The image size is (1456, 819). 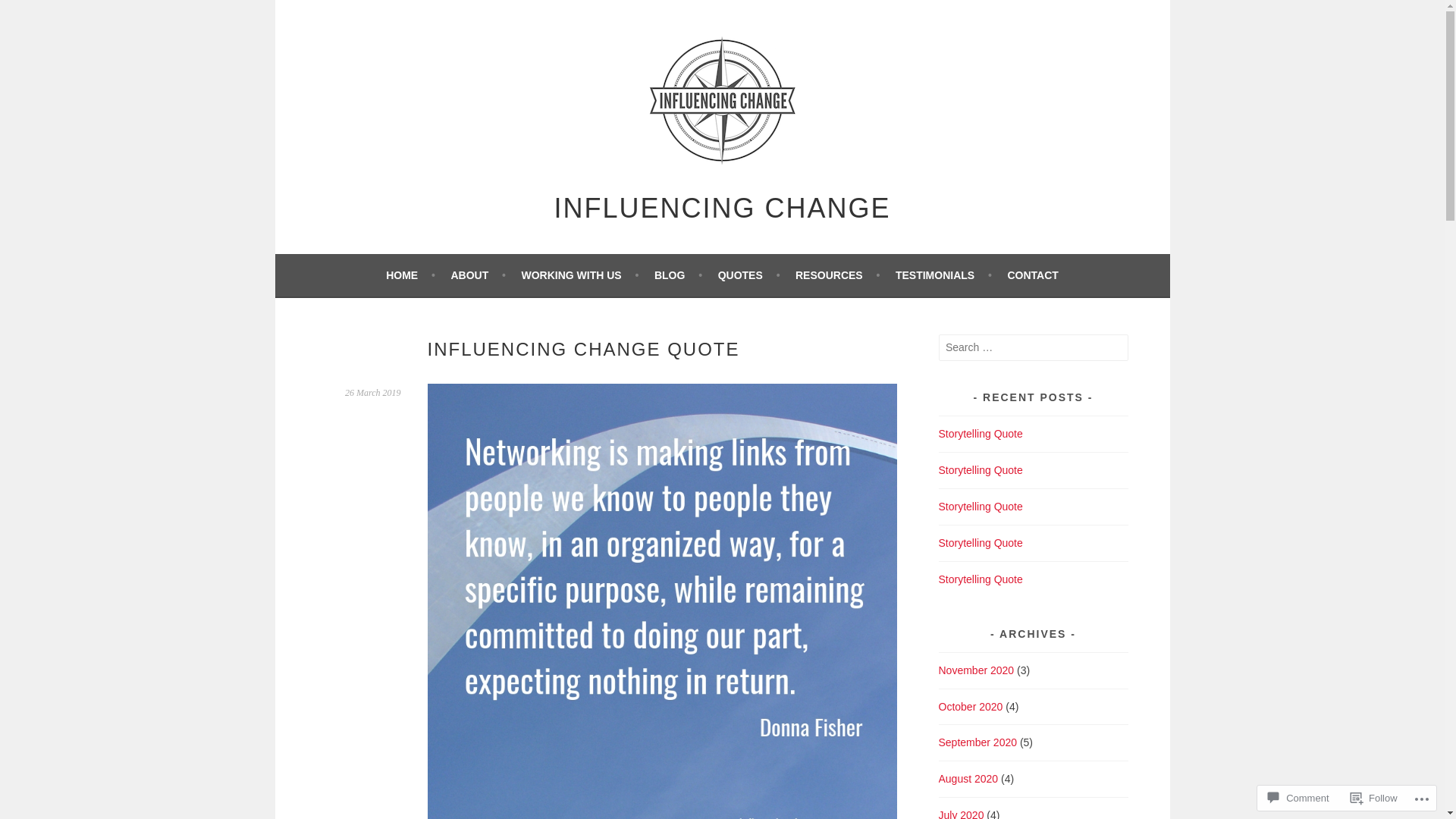 What do you see at coordinates (981, 542) in the screenshot?
I see `'Storytelling Quote'` at bounding box center [981, 542].